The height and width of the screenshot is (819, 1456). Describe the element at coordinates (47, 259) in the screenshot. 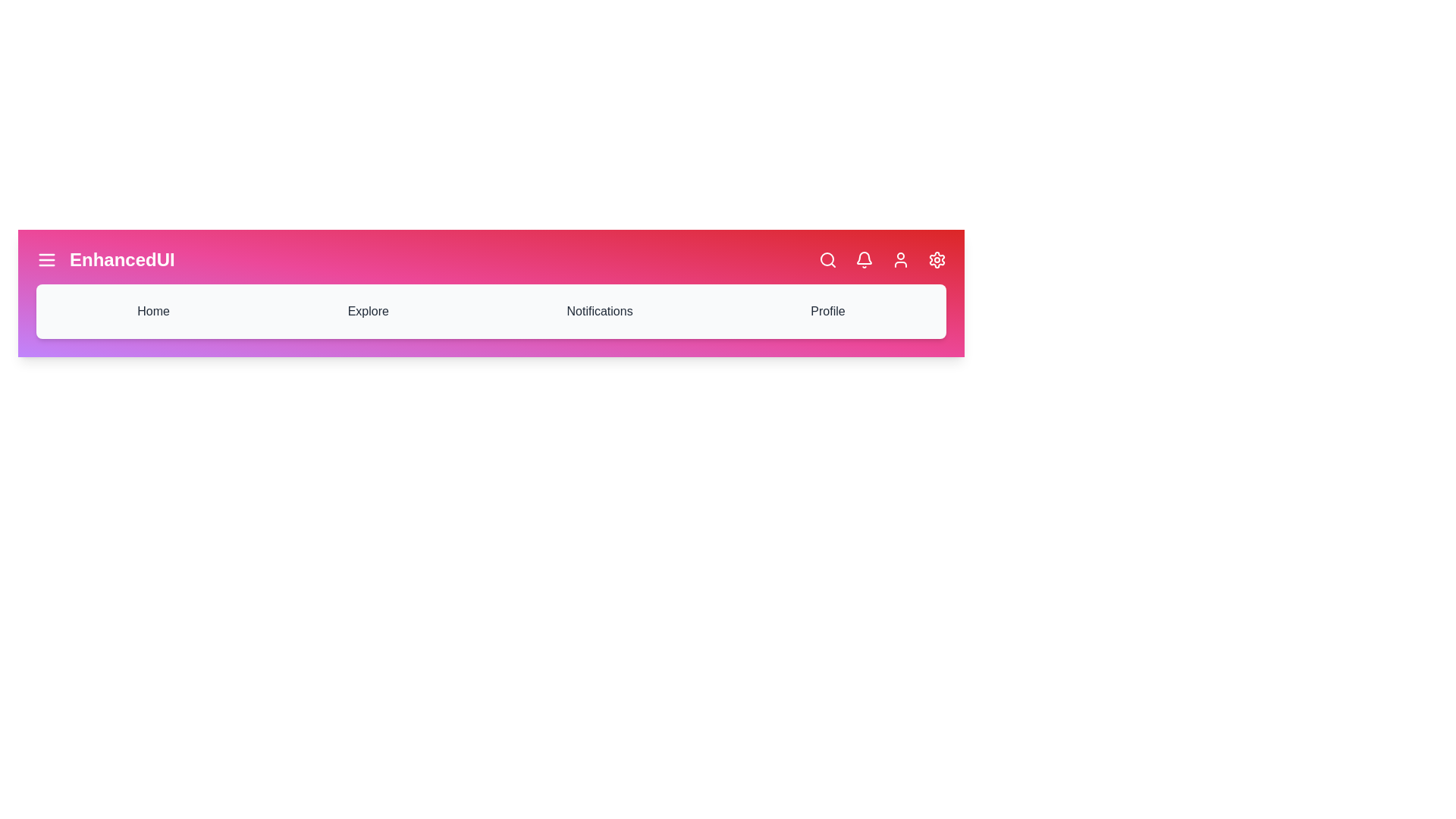

I see `the icon corresponding to Menu` at that location.